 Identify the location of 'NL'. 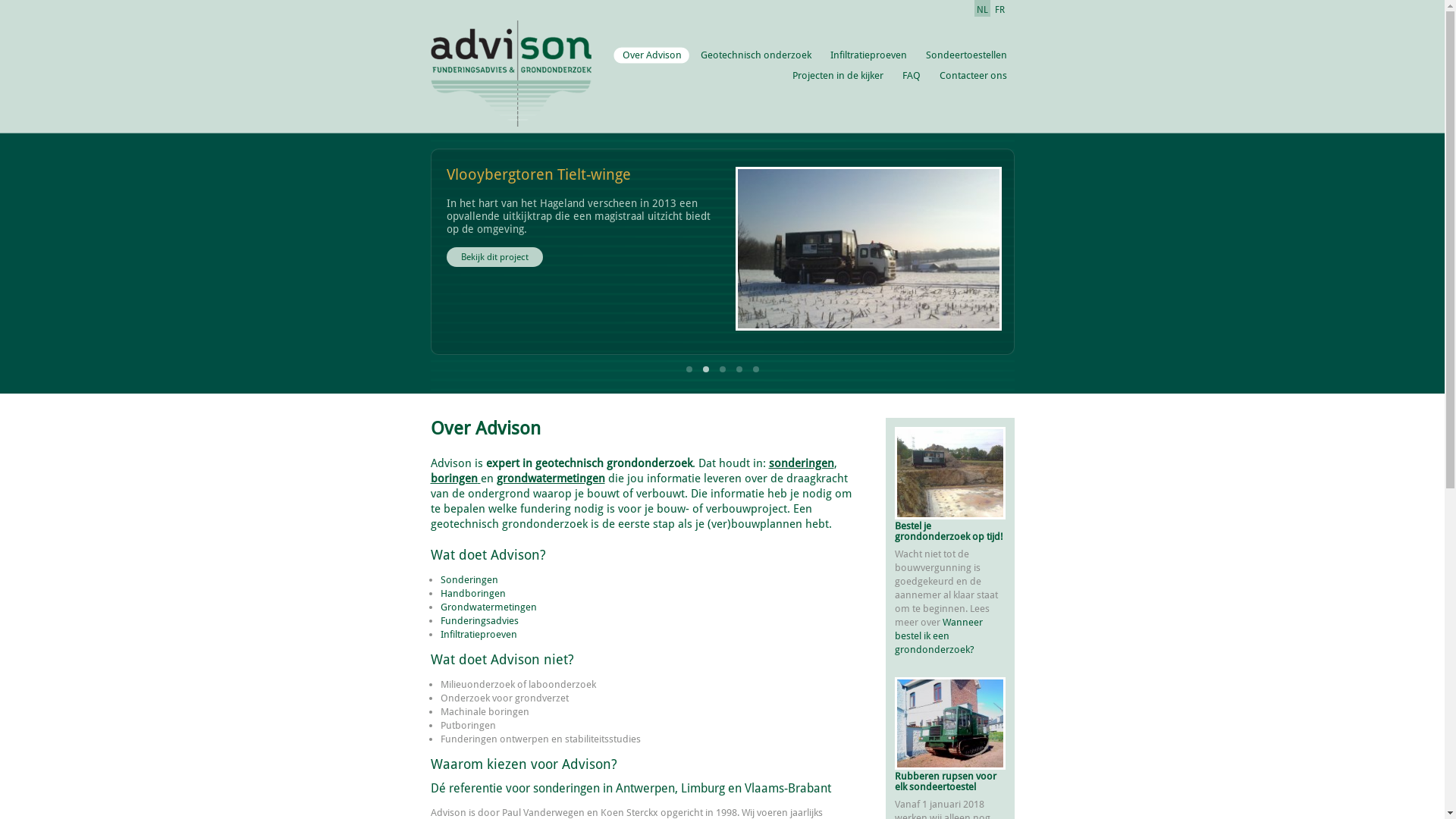
(973, 8).